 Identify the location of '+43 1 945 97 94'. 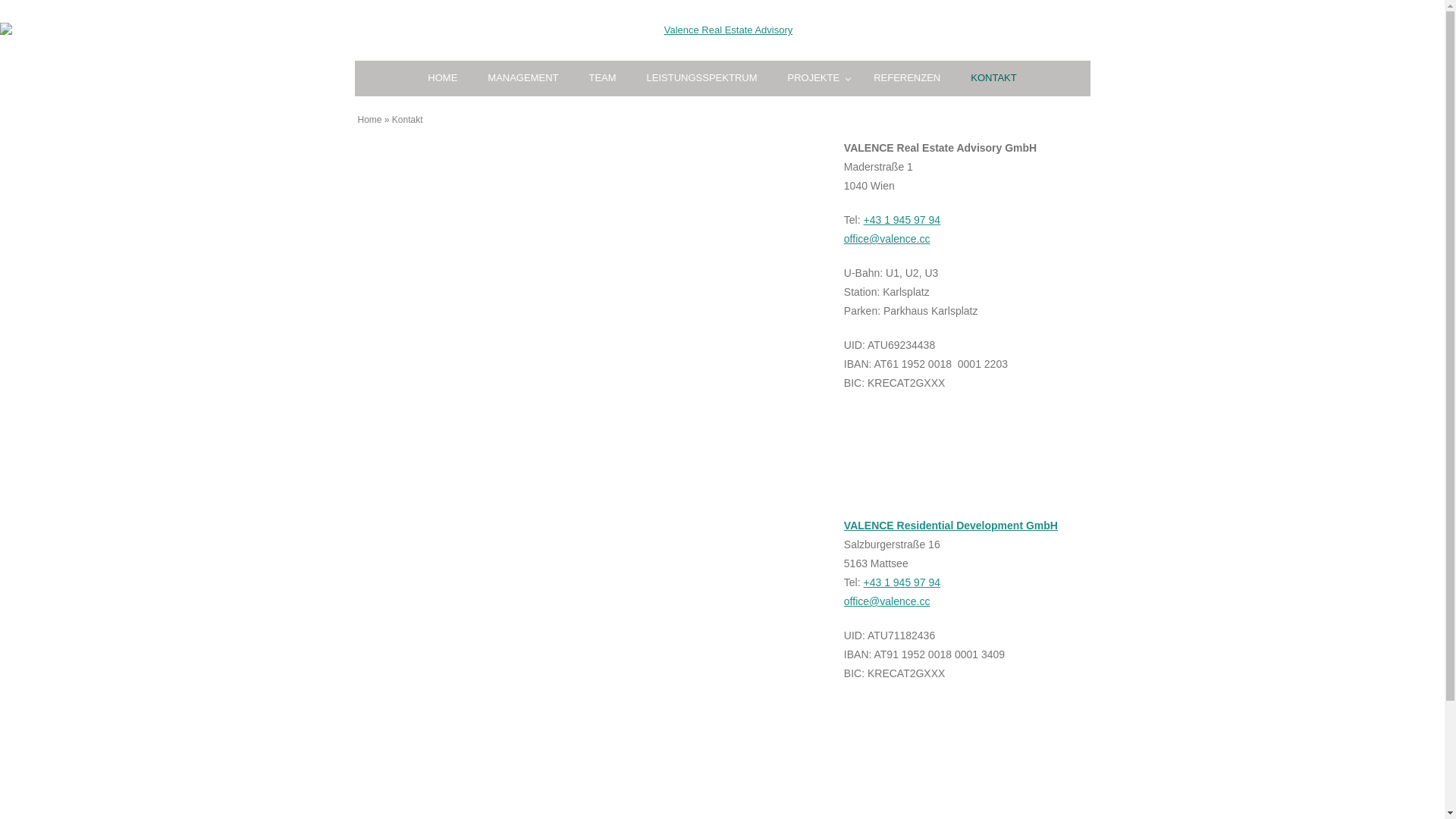
(902, 581).